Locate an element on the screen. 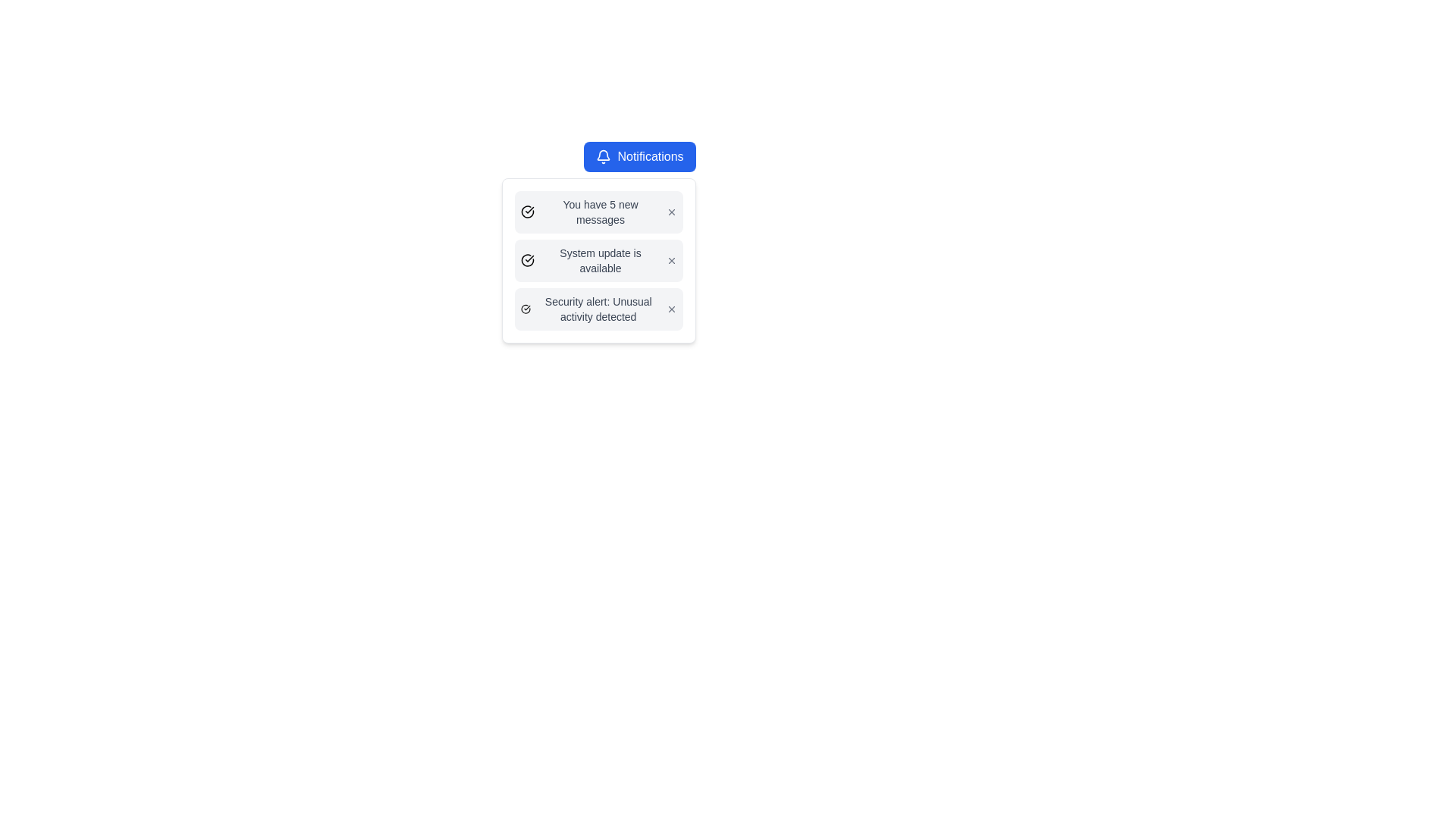 The height and width of the screenshot is (819, 1456). text from the security alert notification message located within the third notification in the notification card, positioned below the 'System update is available' notification is located at coordinates (598, 309).